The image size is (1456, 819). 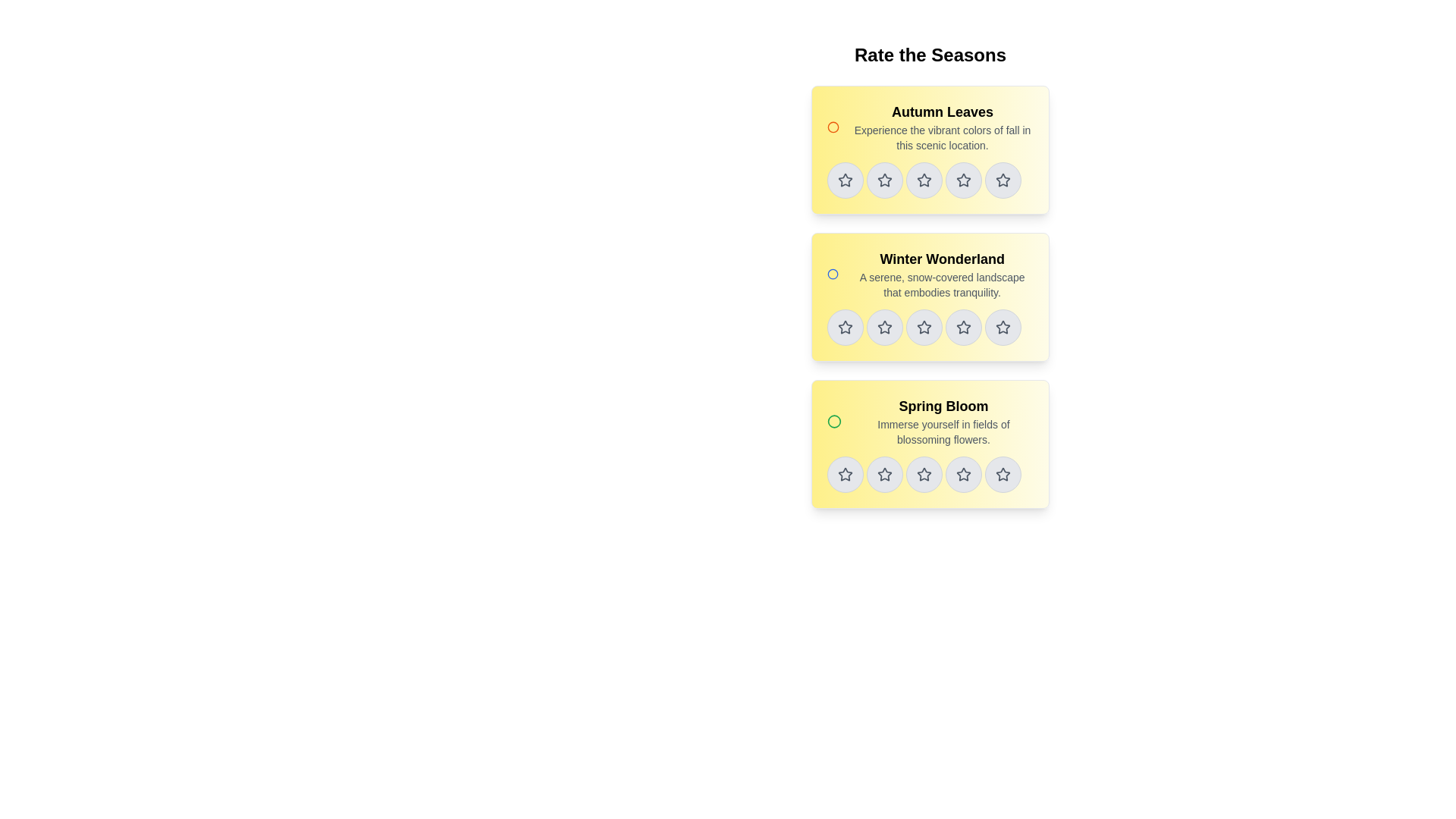 I want to click on the second star icon in the rating tool under the 'Autumn Leaves' section, so click(x=924, y=180).